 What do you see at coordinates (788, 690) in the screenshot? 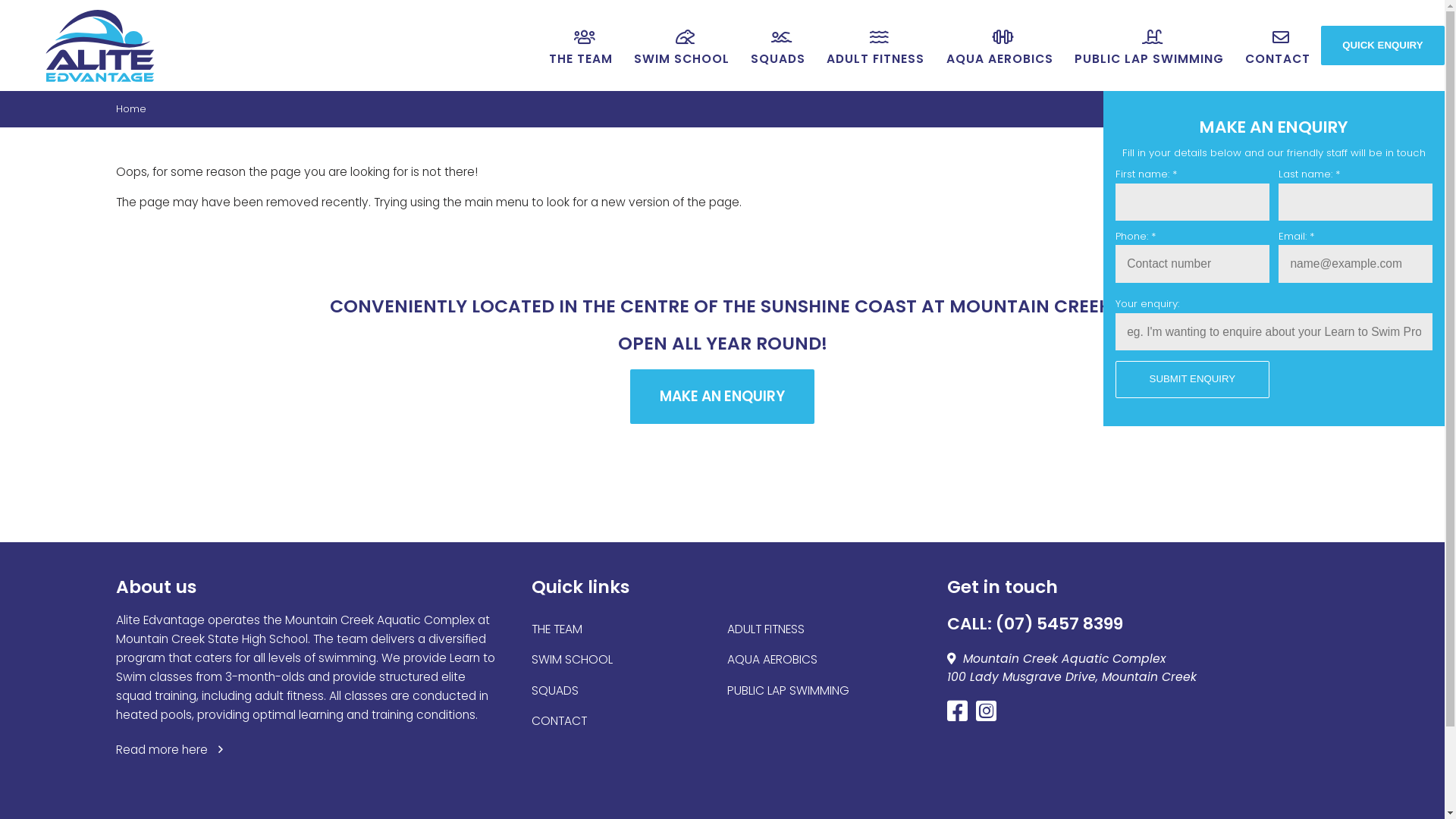
I see `'PUBLIC LAP SWIMMING'` at bounding box center [788, 690].